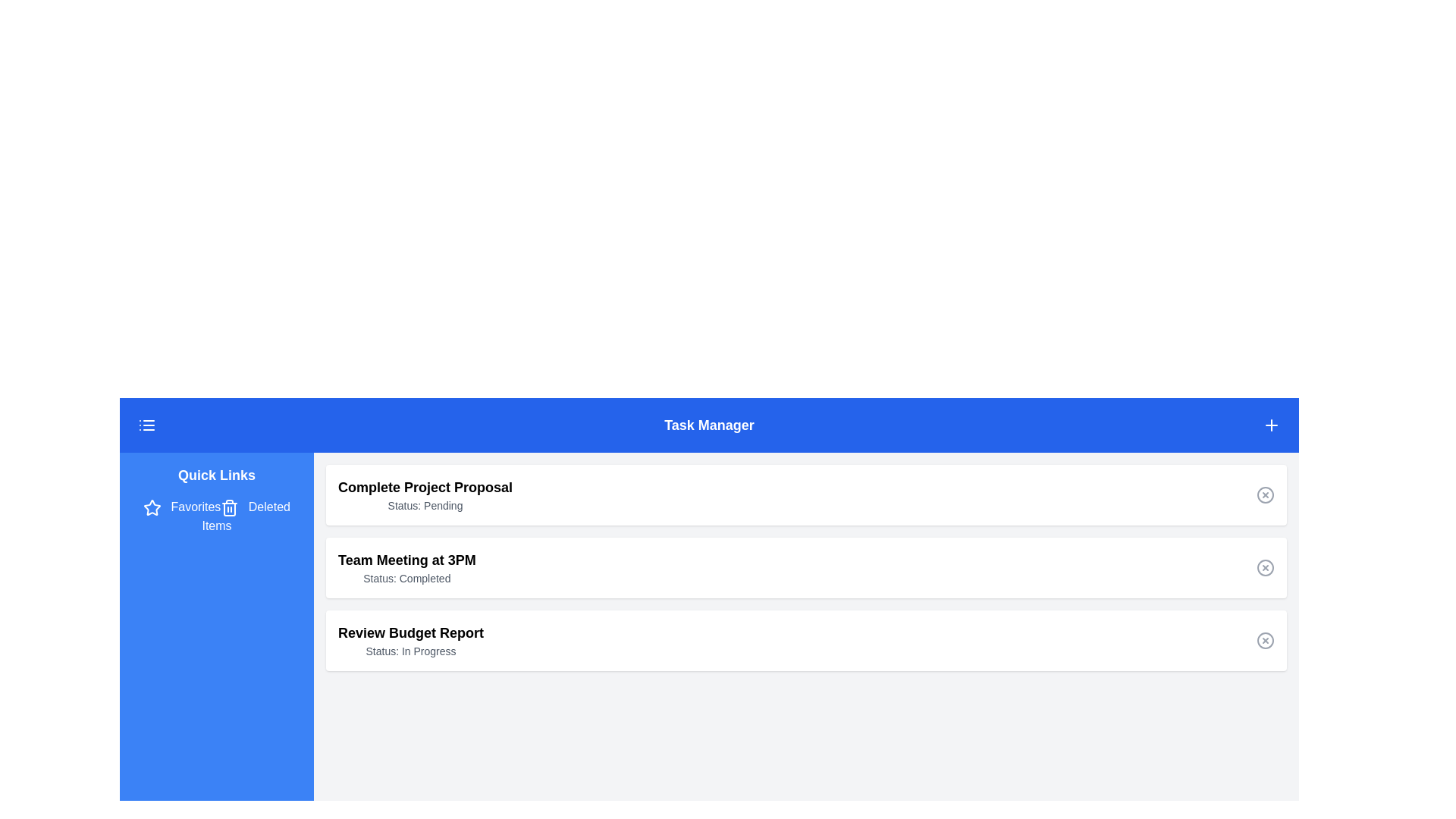 The image size is (1456, 819). I want to click on the square button with rounded corners, blue background, and white plus icon located in the top-right corner of the 'Task Manager' blue bar, so click(1271, 425).